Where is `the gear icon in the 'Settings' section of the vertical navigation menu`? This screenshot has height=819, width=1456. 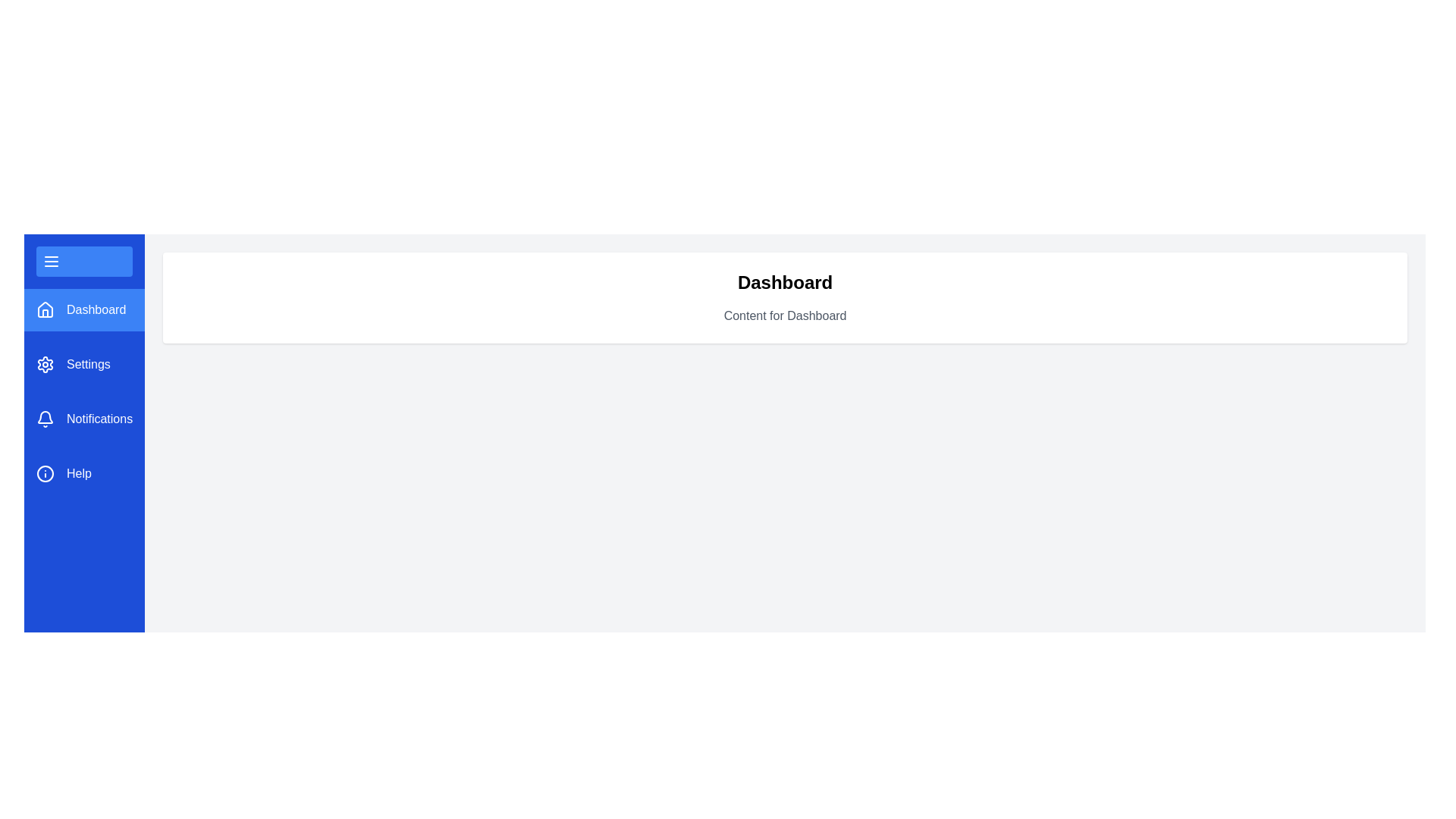
the gear icon in the 'Settings' section of the vertical navigation menu is located at coordinates (45, 365).